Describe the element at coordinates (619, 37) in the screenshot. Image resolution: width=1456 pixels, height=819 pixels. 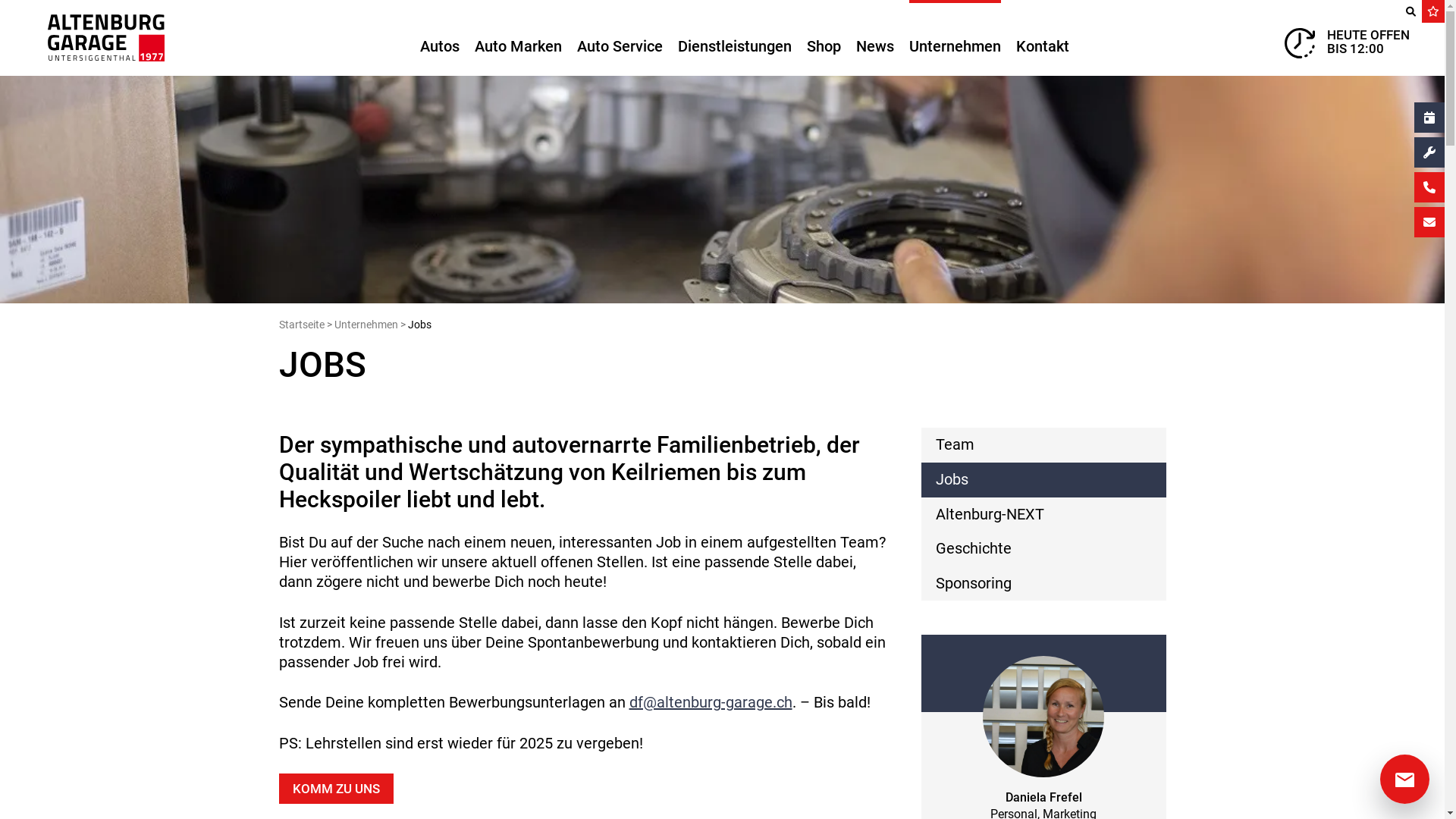
I see `'Auto Service'` at that location.